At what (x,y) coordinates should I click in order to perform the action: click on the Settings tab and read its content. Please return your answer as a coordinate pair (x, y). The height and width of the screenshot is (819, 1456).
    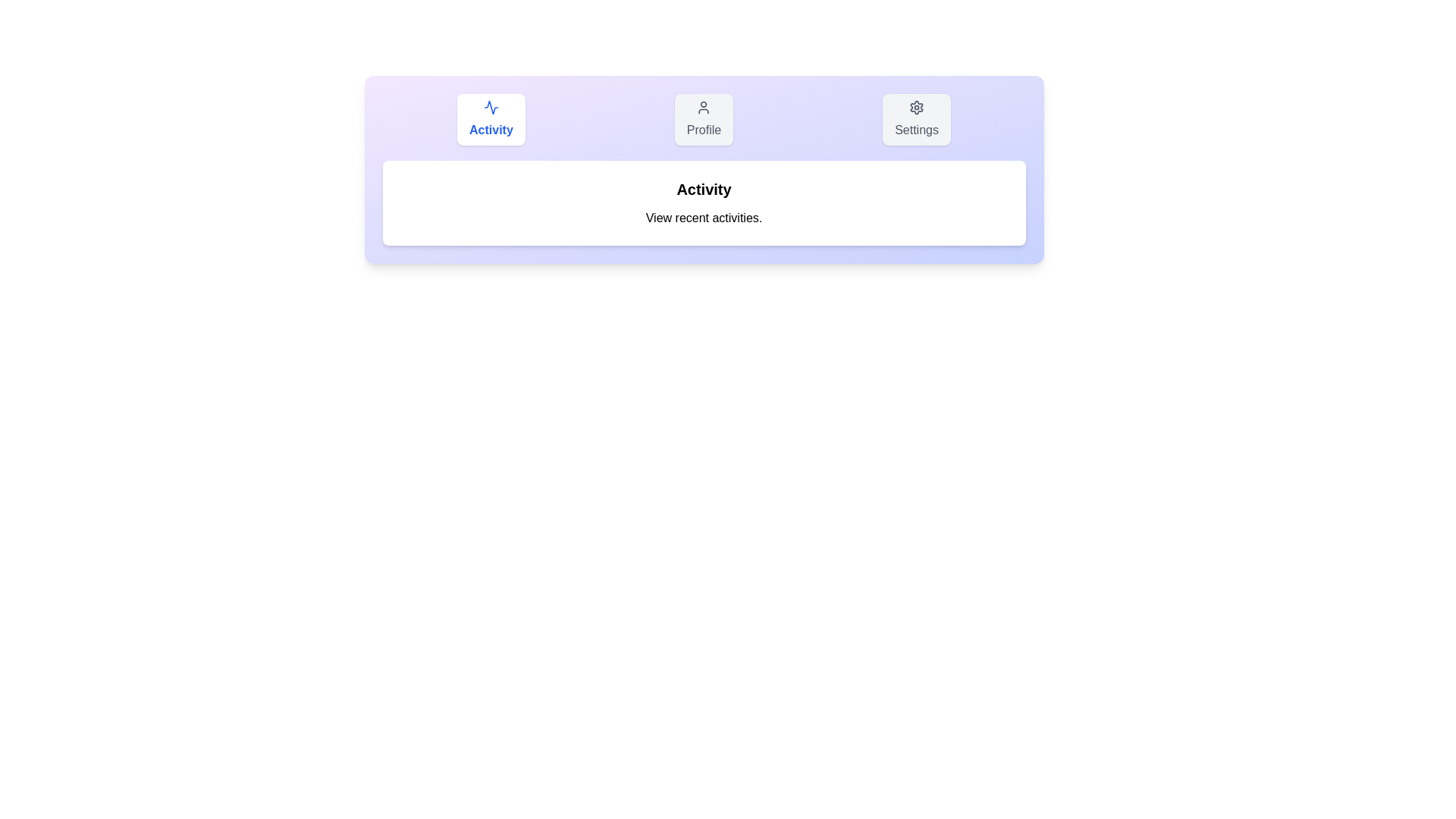
    Looking at the image, I should click on (916, 119).